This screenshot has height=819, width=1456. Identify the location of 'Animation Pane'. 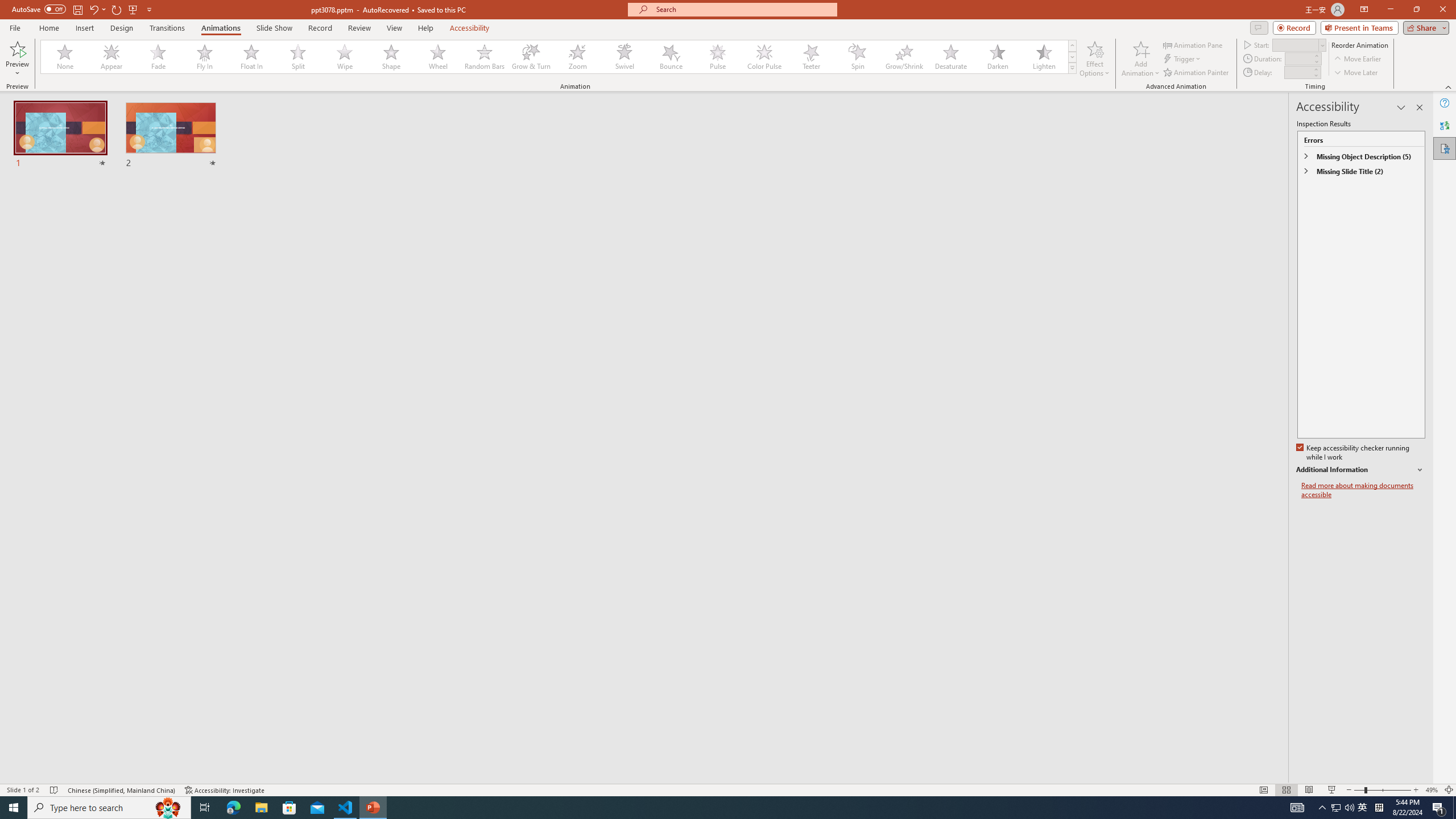
(1194, 44).